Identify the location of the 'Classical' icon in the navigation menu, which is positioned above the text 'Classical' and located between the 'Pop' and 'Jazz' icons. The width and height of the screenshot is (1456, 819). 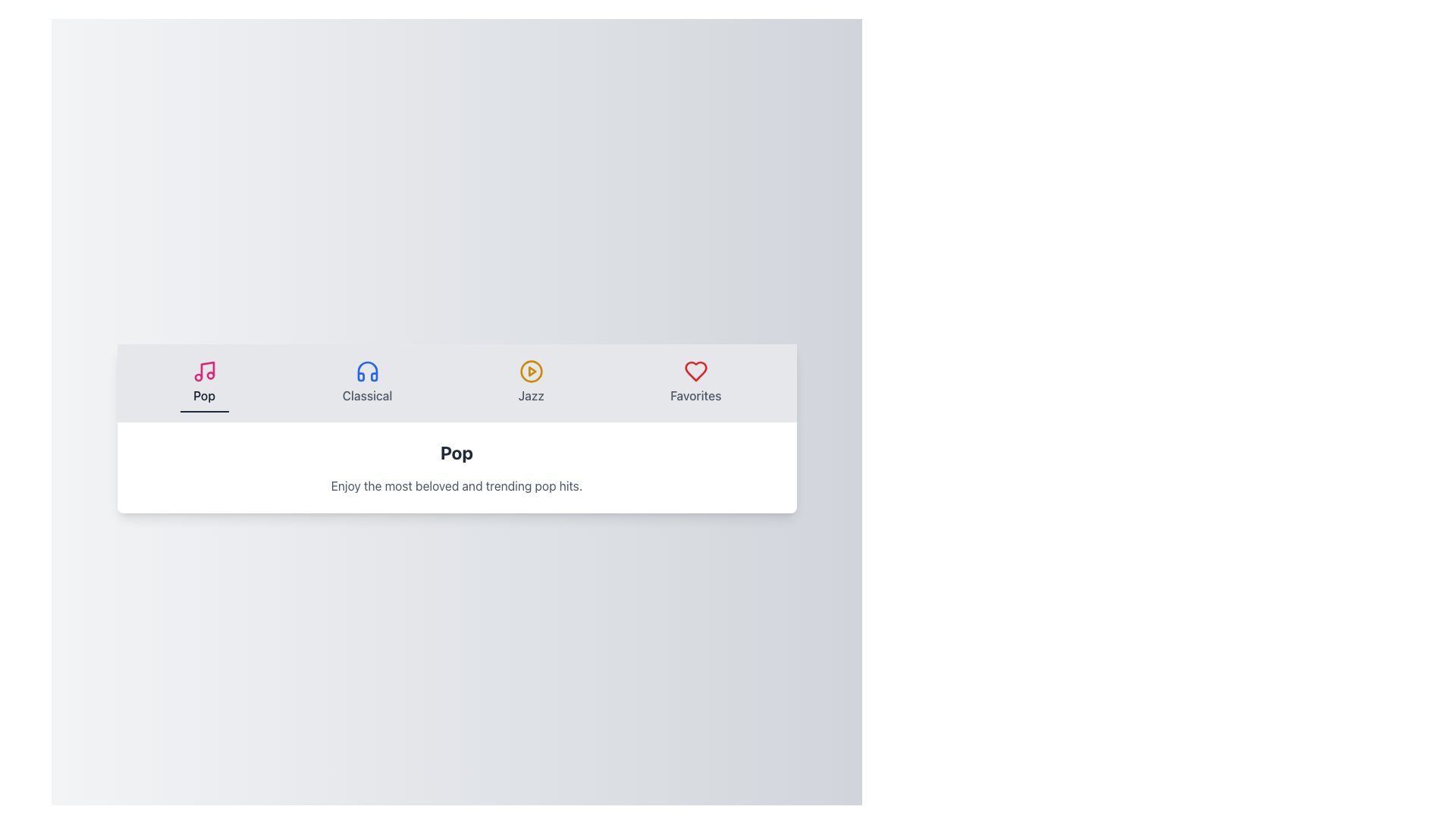
(367, 371).